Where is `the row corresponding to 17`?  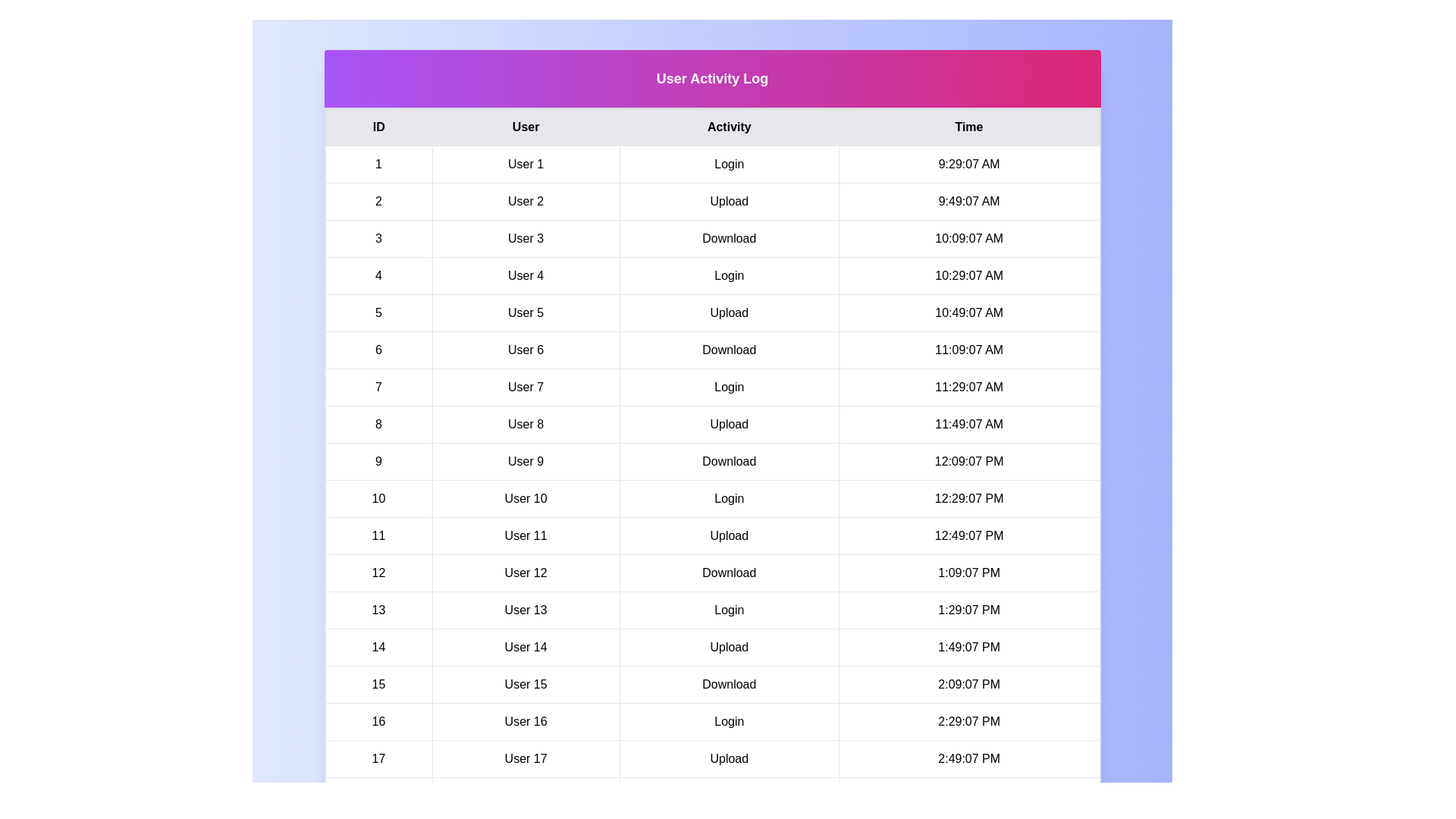
the row corresponding to 17 is located at coordinates (711, 759).